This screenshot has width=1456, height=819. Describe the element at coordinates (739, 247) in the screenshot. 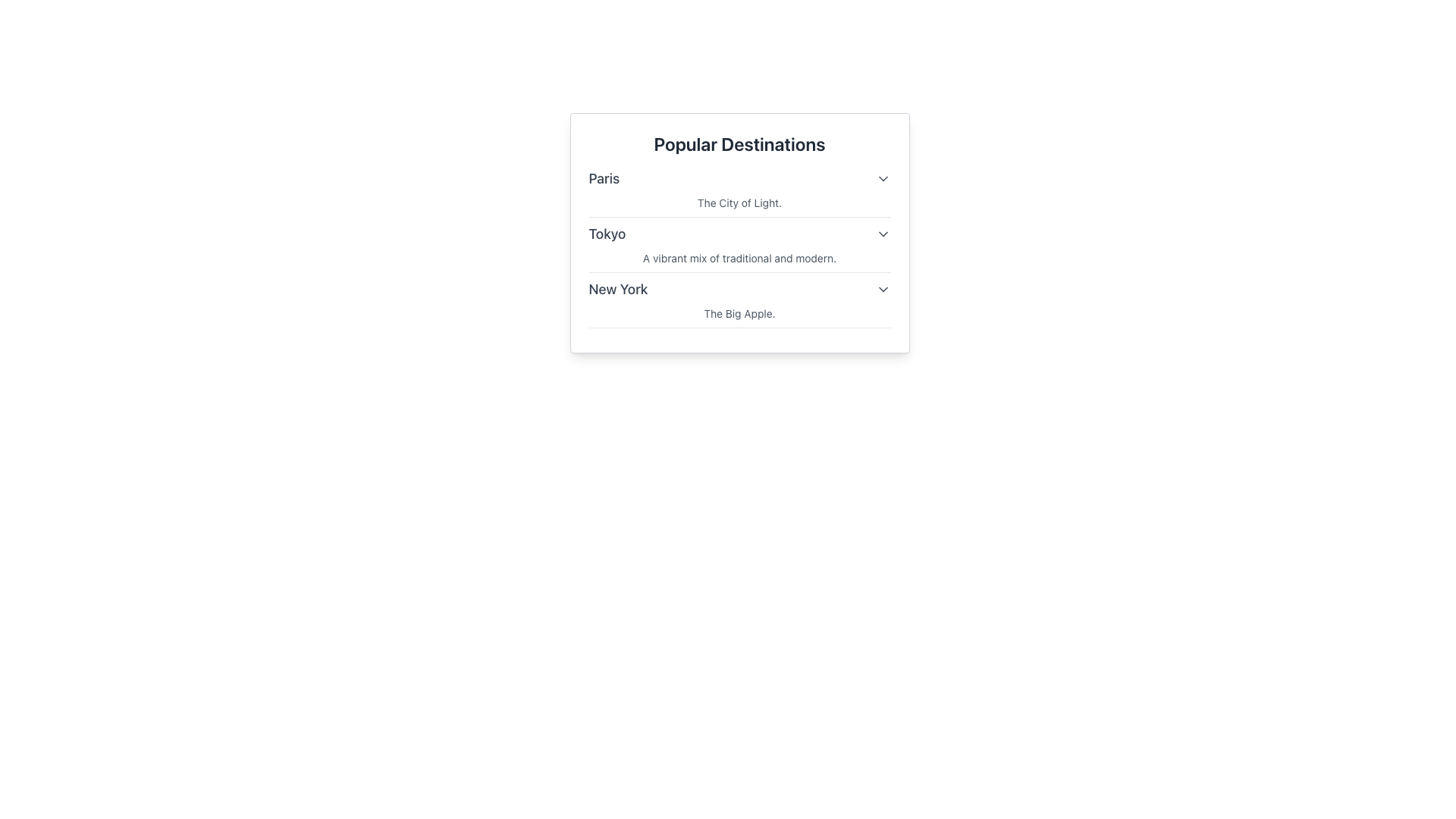

I see `the dropdown arrow in the section labeled 'Tokyo'` at that location.